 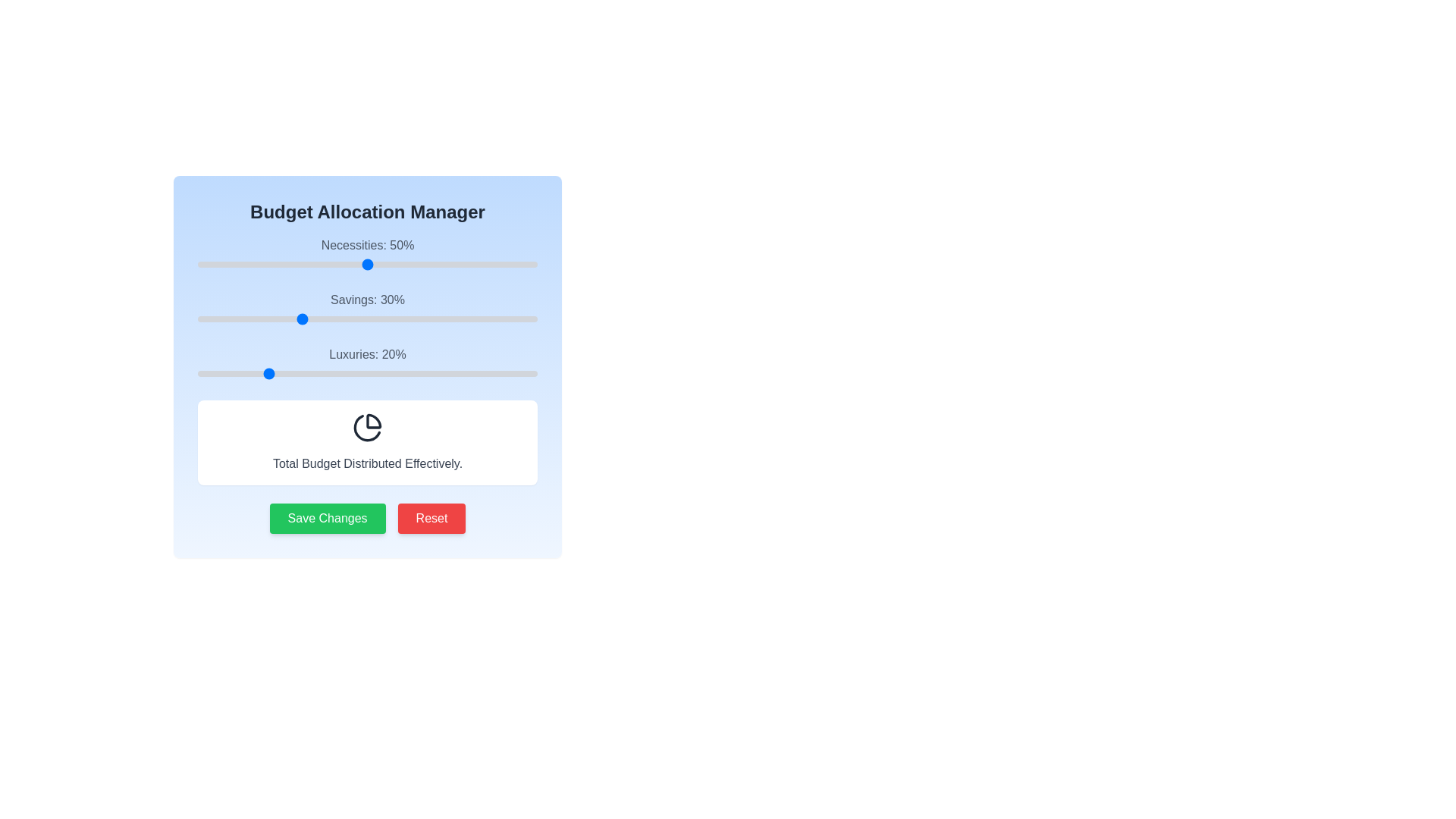 I want to click on the luxuries allocation, so click(x=315, y=374).